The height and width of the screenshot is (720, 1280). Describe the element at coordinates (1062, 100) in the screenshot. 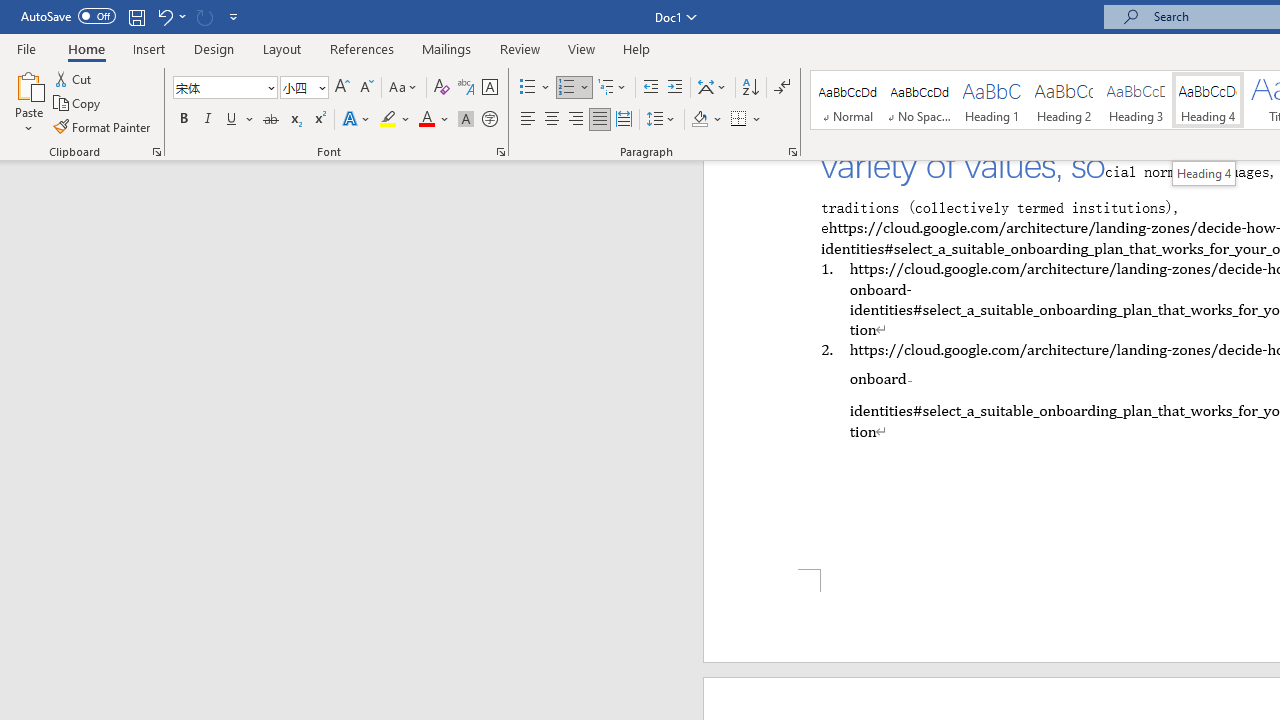

I see `'Heading 2'` at that location.